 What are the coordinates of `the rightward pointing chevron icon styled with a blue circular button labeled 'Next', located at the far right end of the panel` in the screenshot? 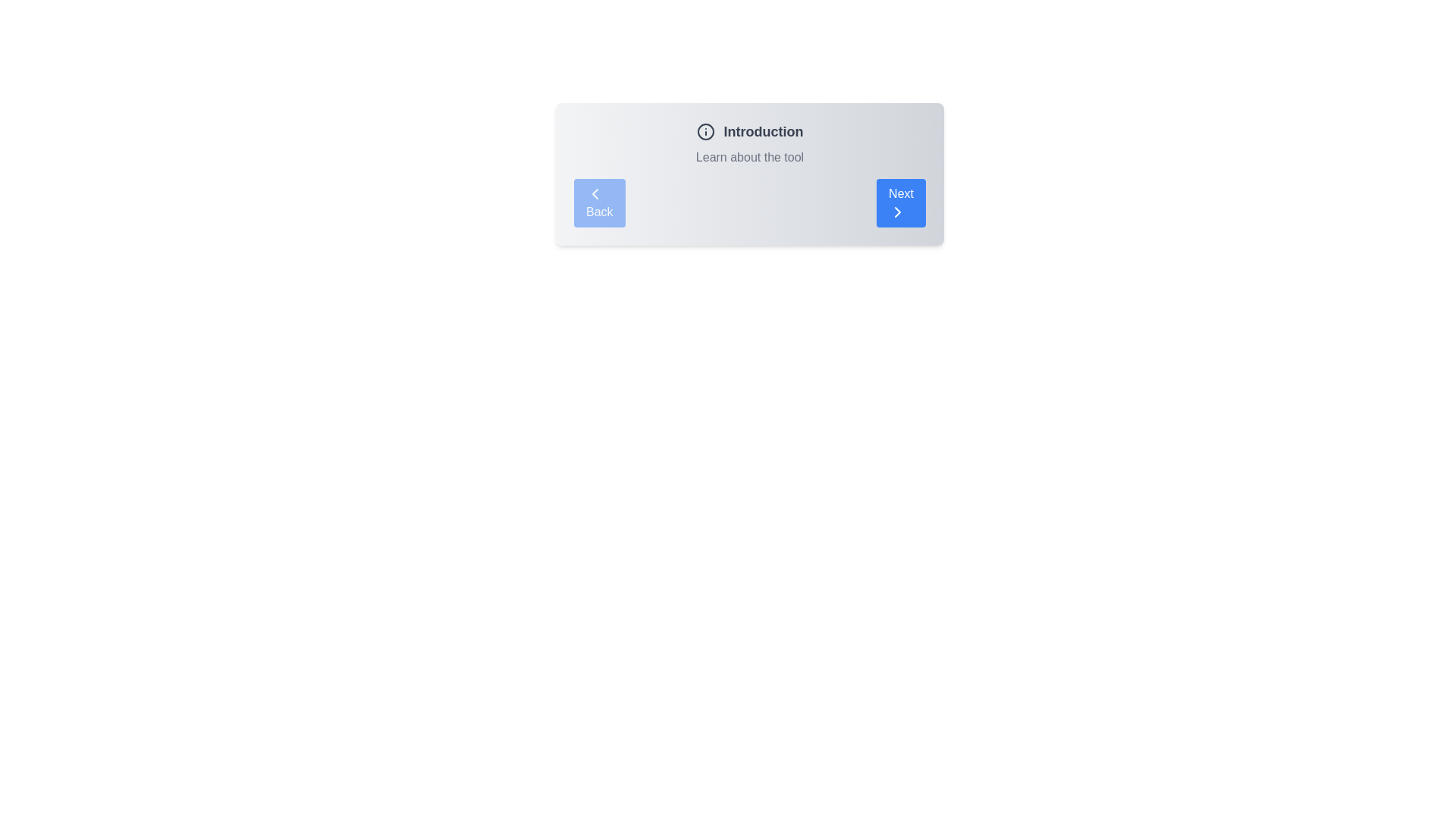 It's located at (898, 212).